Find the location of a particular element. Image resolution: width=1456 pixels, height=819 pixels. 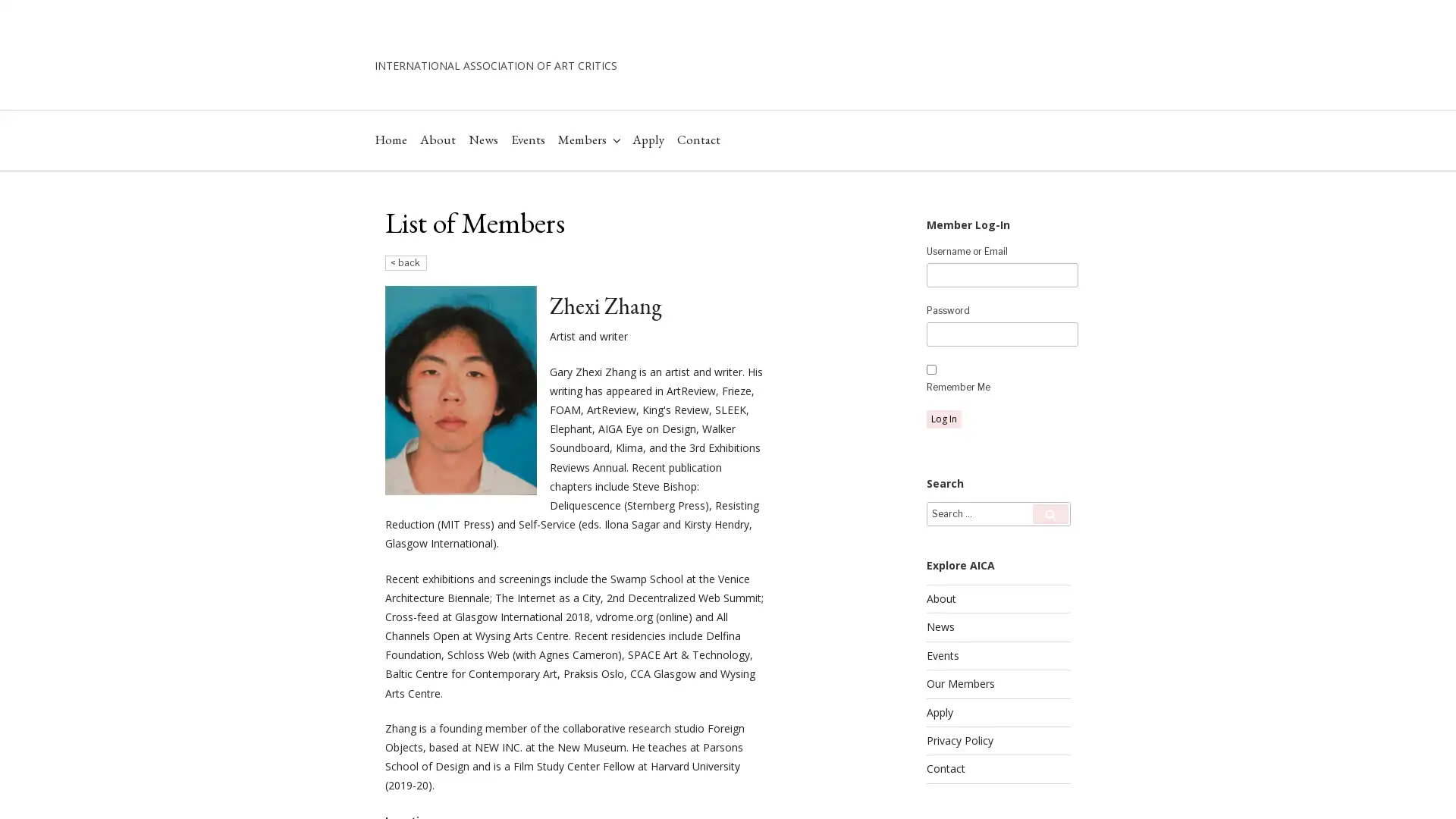

Search is located at coordinates (1050, 561).